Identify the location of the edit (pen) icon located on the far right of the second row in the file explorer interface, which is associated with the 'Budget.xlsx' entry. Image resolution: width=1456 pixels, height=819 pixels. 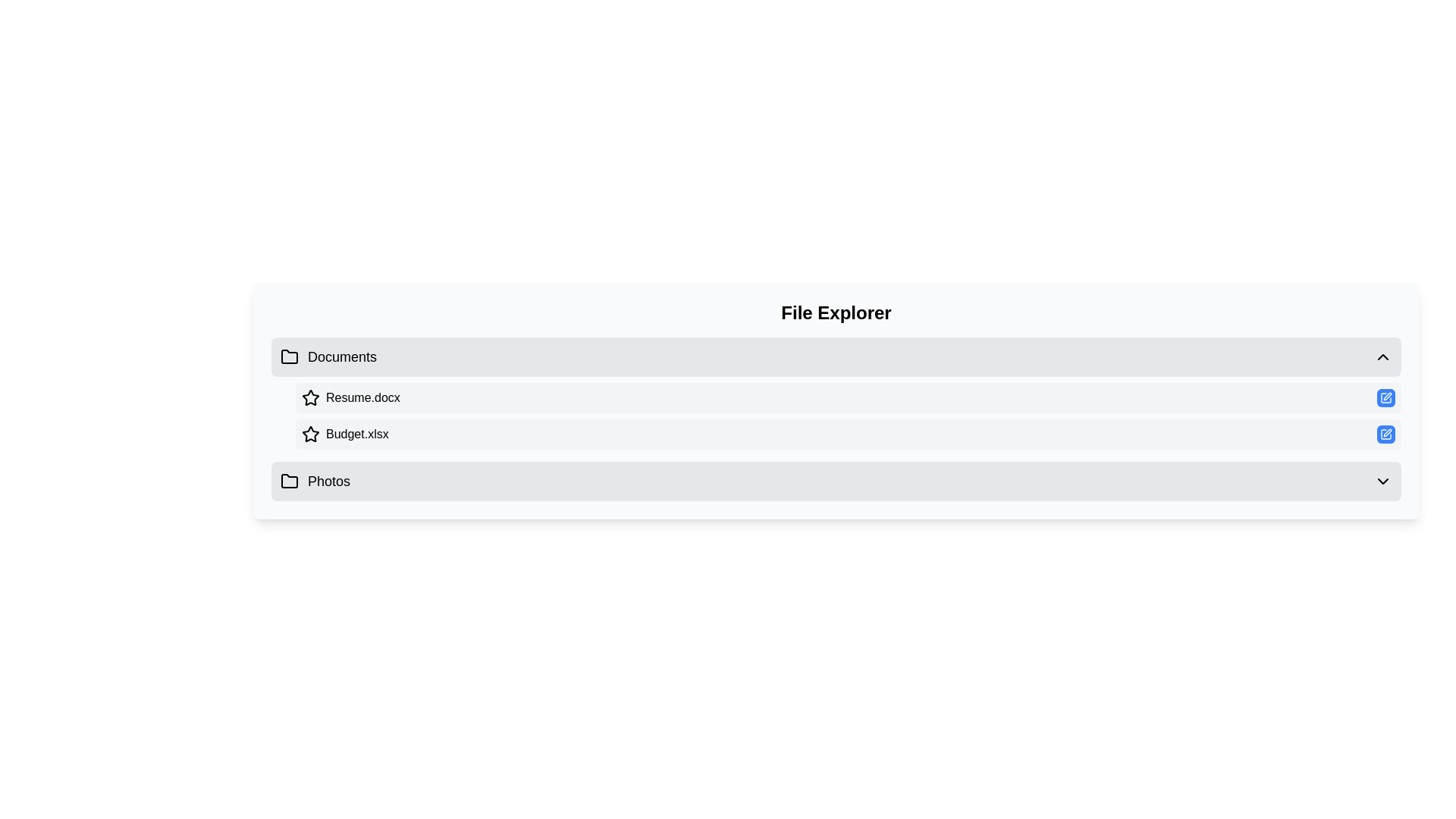
(1387, 432).